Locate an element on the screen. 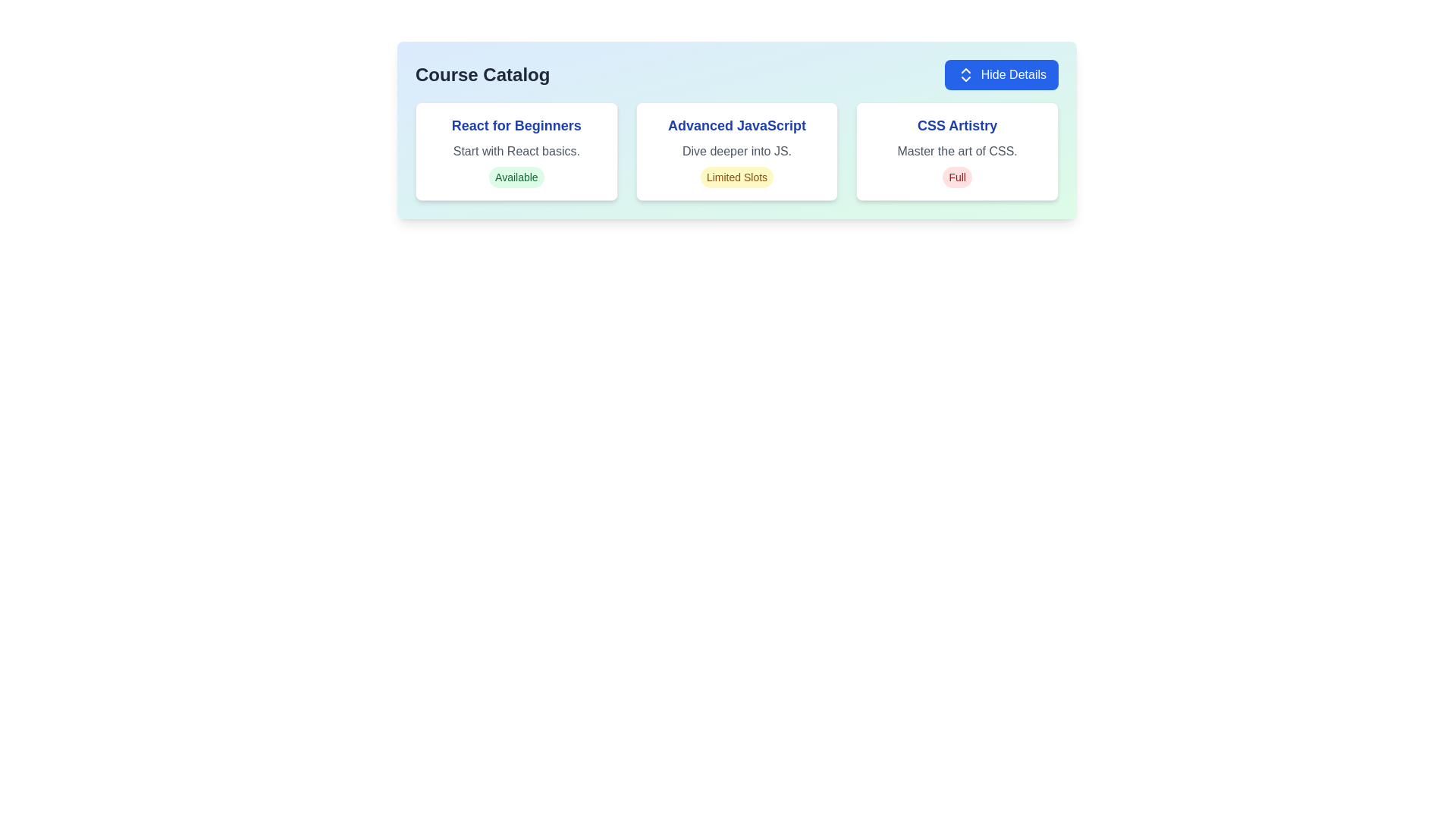 Image resolution: width=1456 pixels, height=819 pixels. the text label displaying 'React for Beginners', which is styled with large, bold, blue lettering and located at the top of the left card in a set of horizontally aligned cards is located at coordinates (516, 124).